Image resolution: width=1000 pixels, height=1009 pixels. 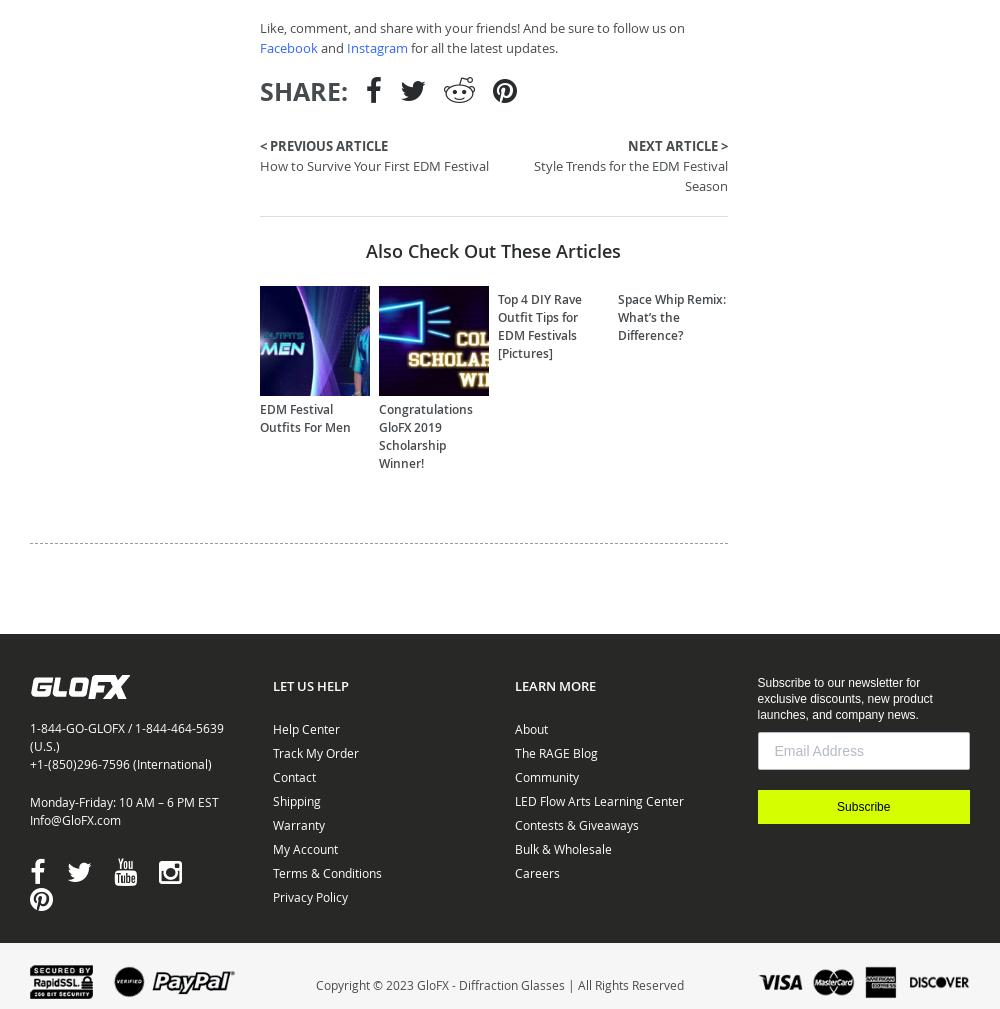 What do you see at coordinates (671, 315) in the screenshot?
I see `'Space Whip Remix: What’s the Difference?'` at bounding box center [671, 315].